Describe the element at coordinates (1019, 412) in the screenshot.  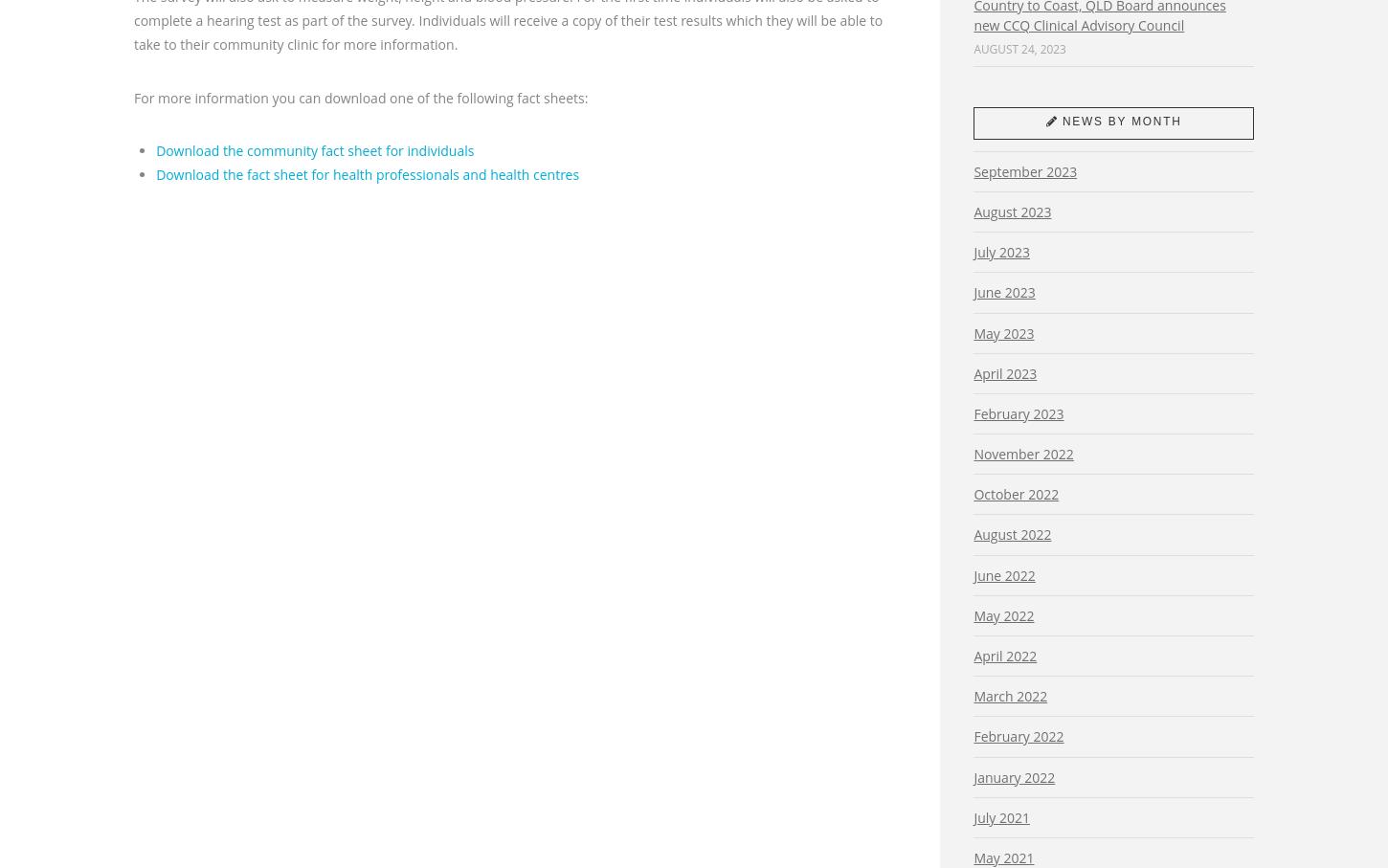
I see `'February 2023'` at that location.